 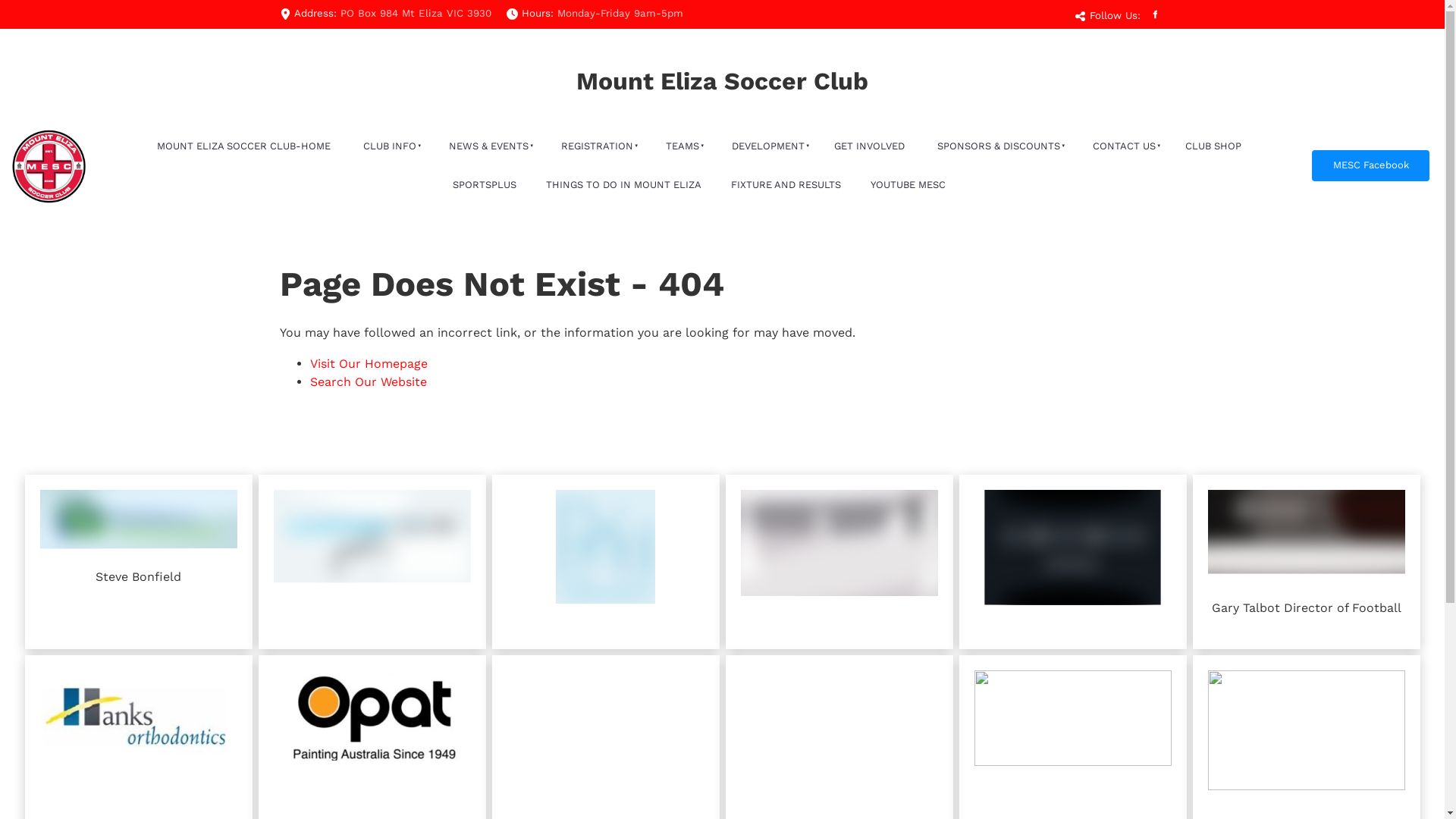 I want to click on 'DEVELOPMENT', so click(x=766, y=146).